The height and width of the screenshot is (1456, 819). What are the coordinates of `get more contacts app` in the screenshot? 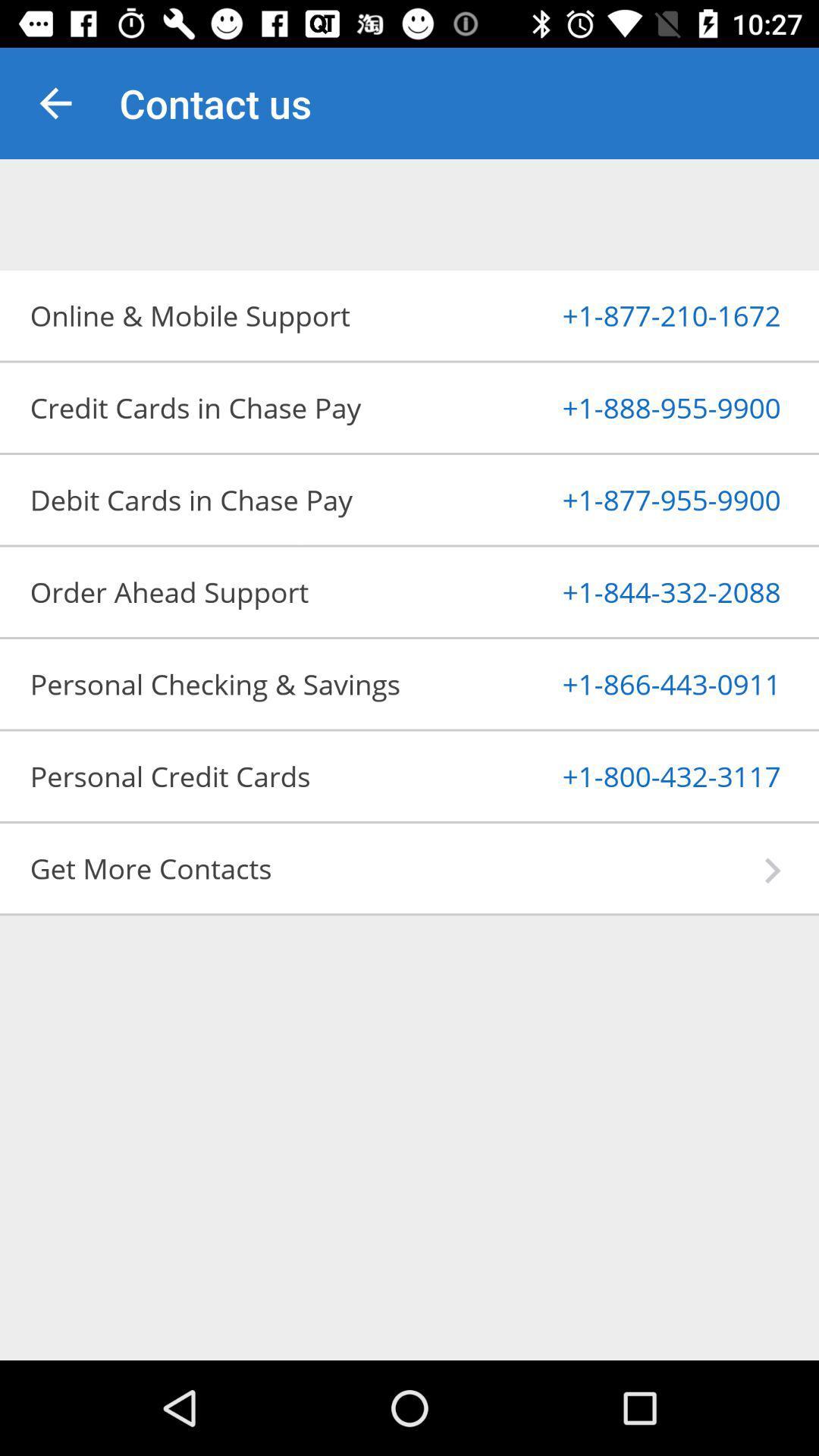 It's located at (397, 868).